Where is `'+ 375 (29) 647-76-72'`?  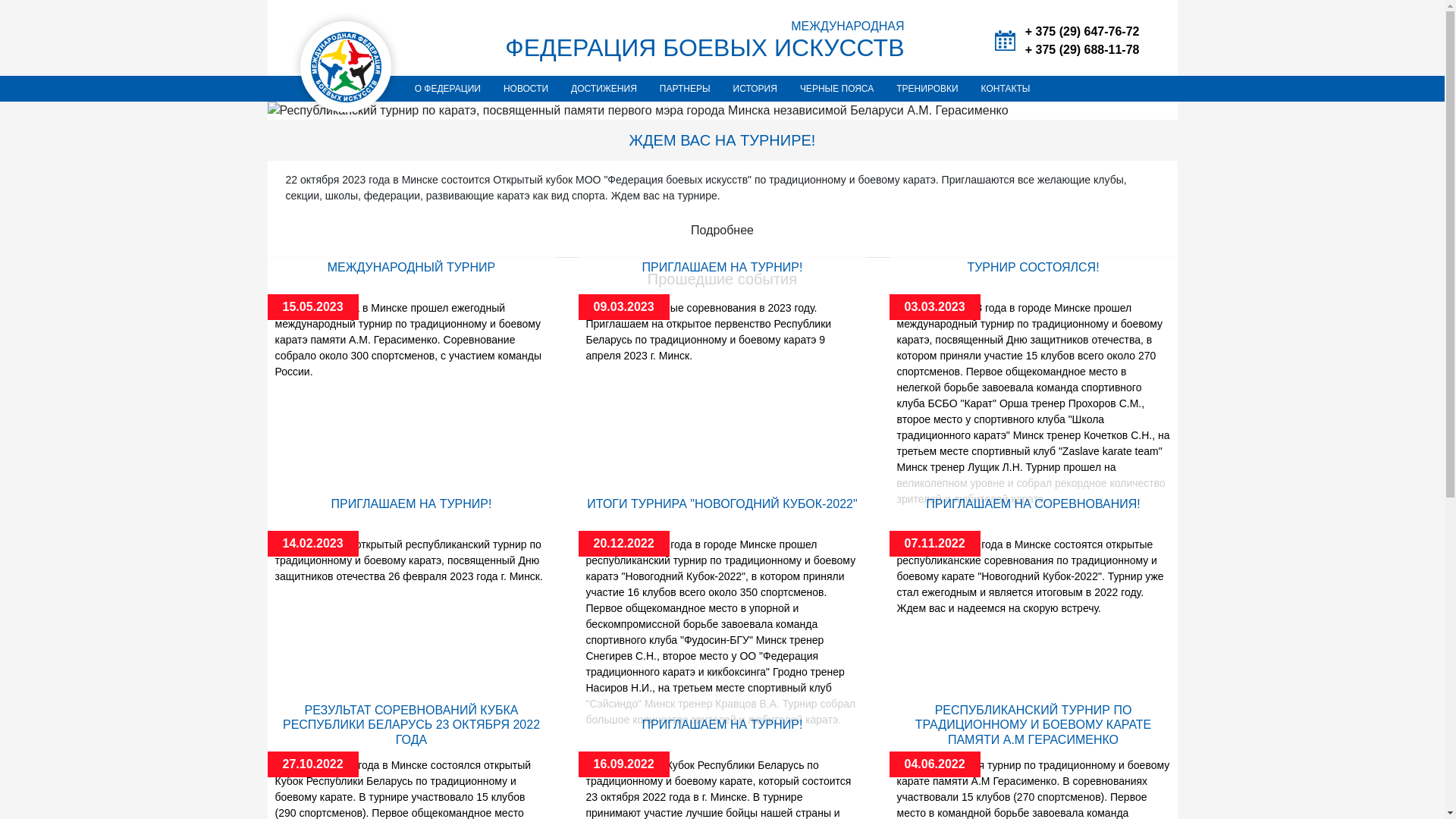
'+ 375 (29) 647-76-72' is located at coordinates (1081, 32).